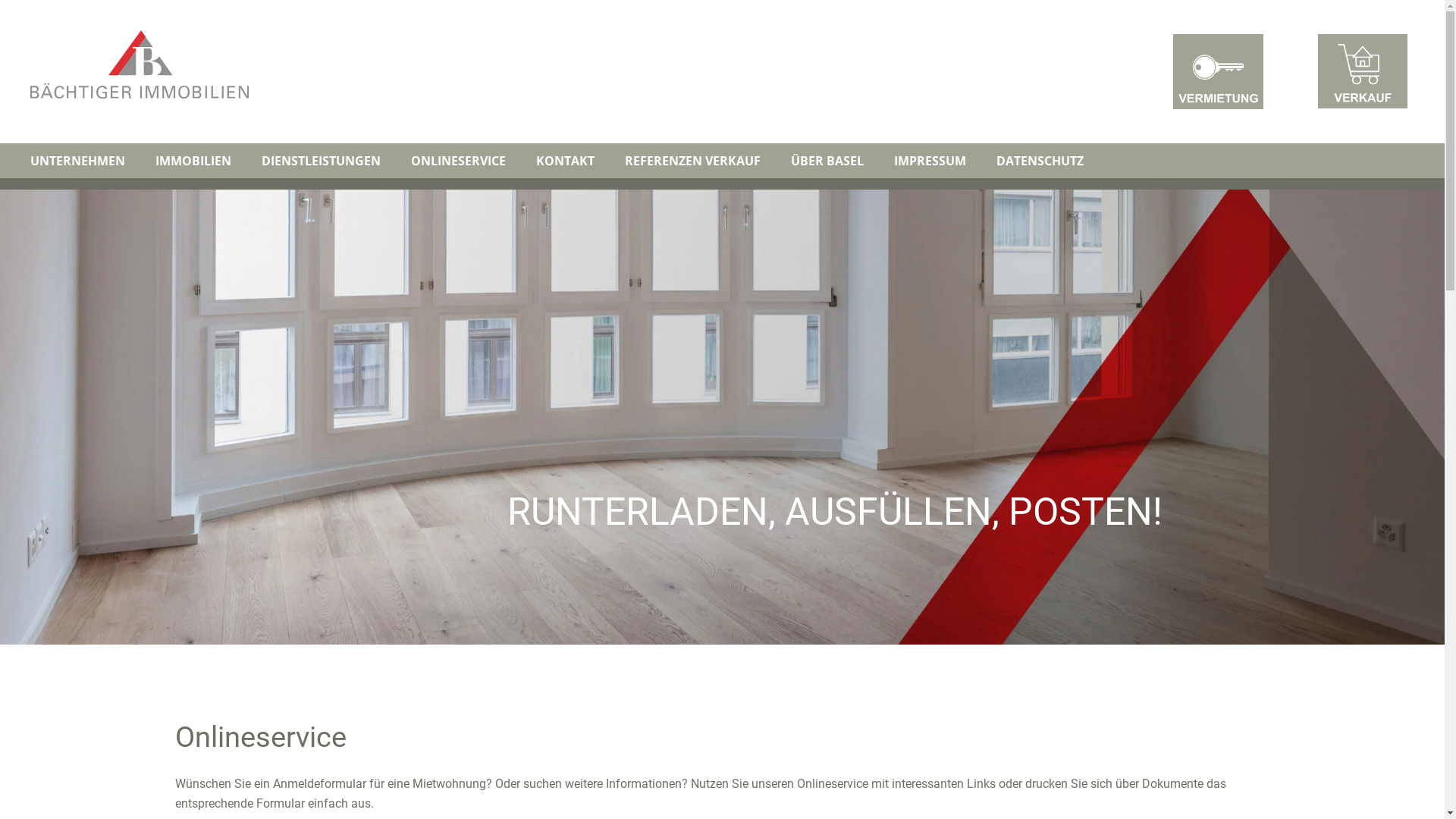 The height and width of the screenshot is (819, 1456). Describe the element at coordinates (457, 161) in the screenshot. I see `'ONLINESERVICE'` at that location.